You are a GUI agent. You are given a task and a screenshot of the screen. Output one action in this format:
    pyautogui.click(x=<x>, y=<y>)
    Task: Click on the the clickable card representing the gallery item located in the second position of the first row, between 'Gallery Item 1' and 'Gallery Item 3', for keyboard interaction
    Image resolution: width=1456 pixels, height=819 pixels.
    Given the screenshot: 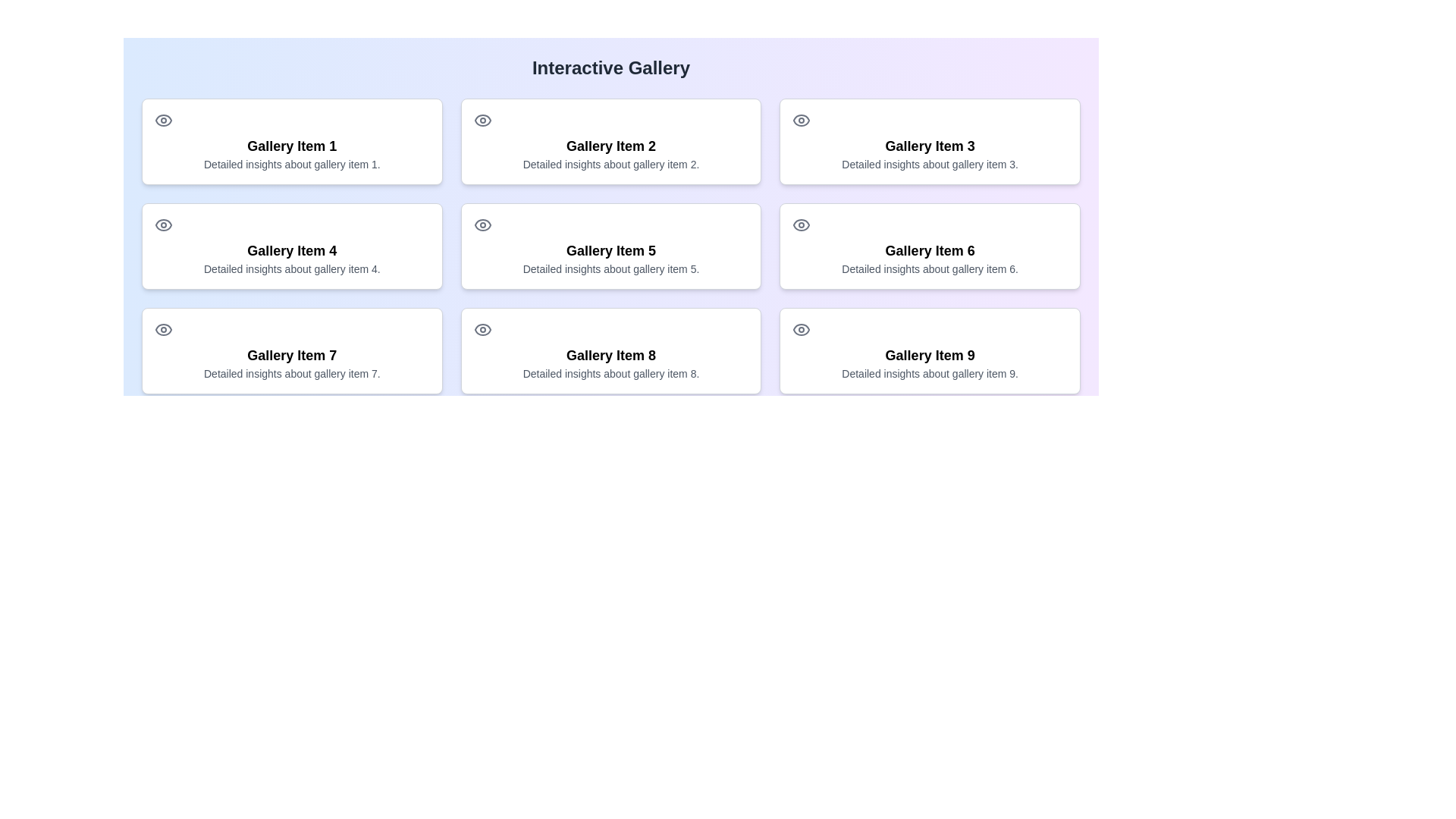 What is the action you would take?
    pyautogui.click(x=611, y=141)
    